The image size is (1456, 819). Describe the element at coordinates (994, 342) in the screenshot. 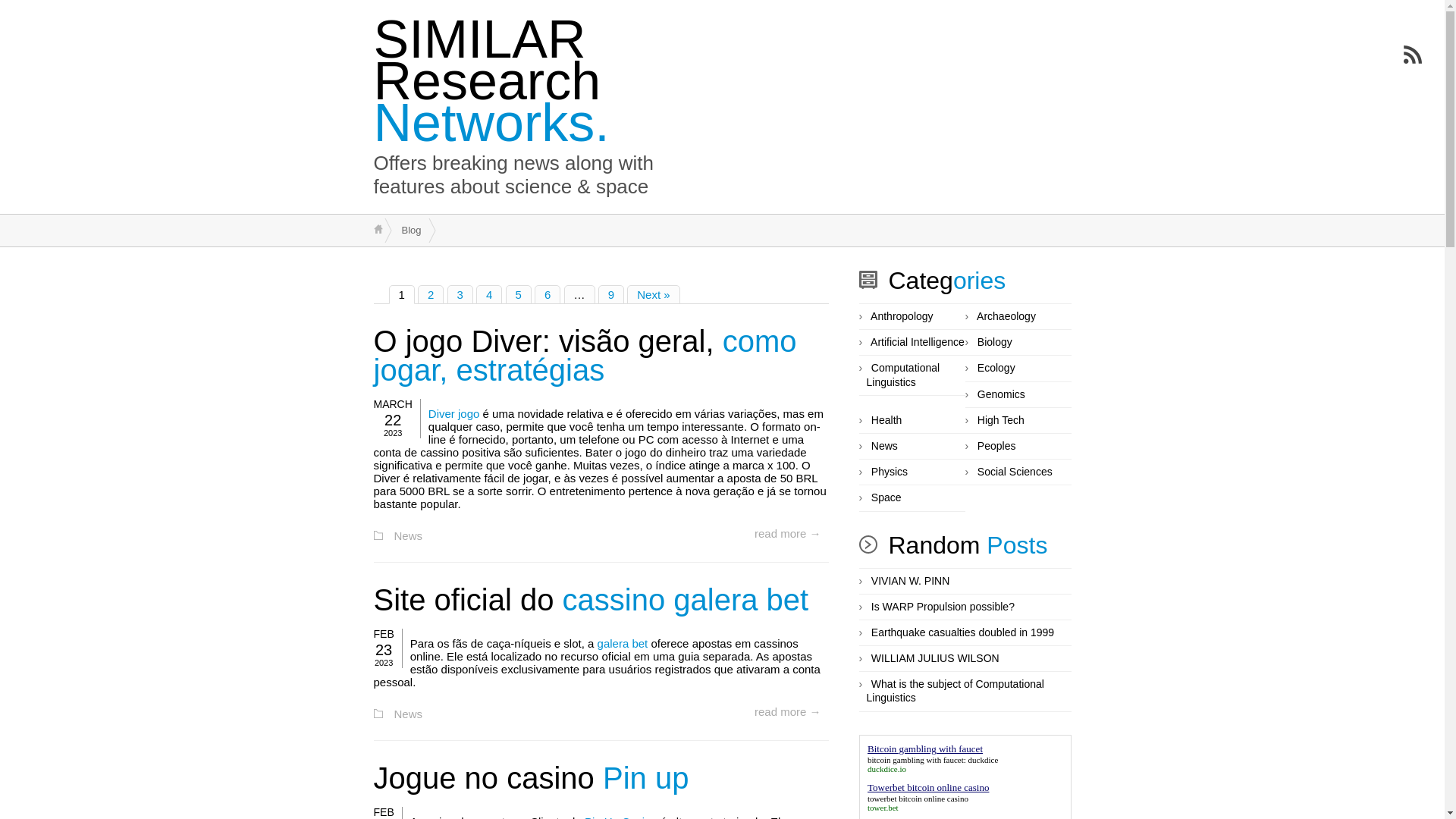

I see `'Biology'` at that location.